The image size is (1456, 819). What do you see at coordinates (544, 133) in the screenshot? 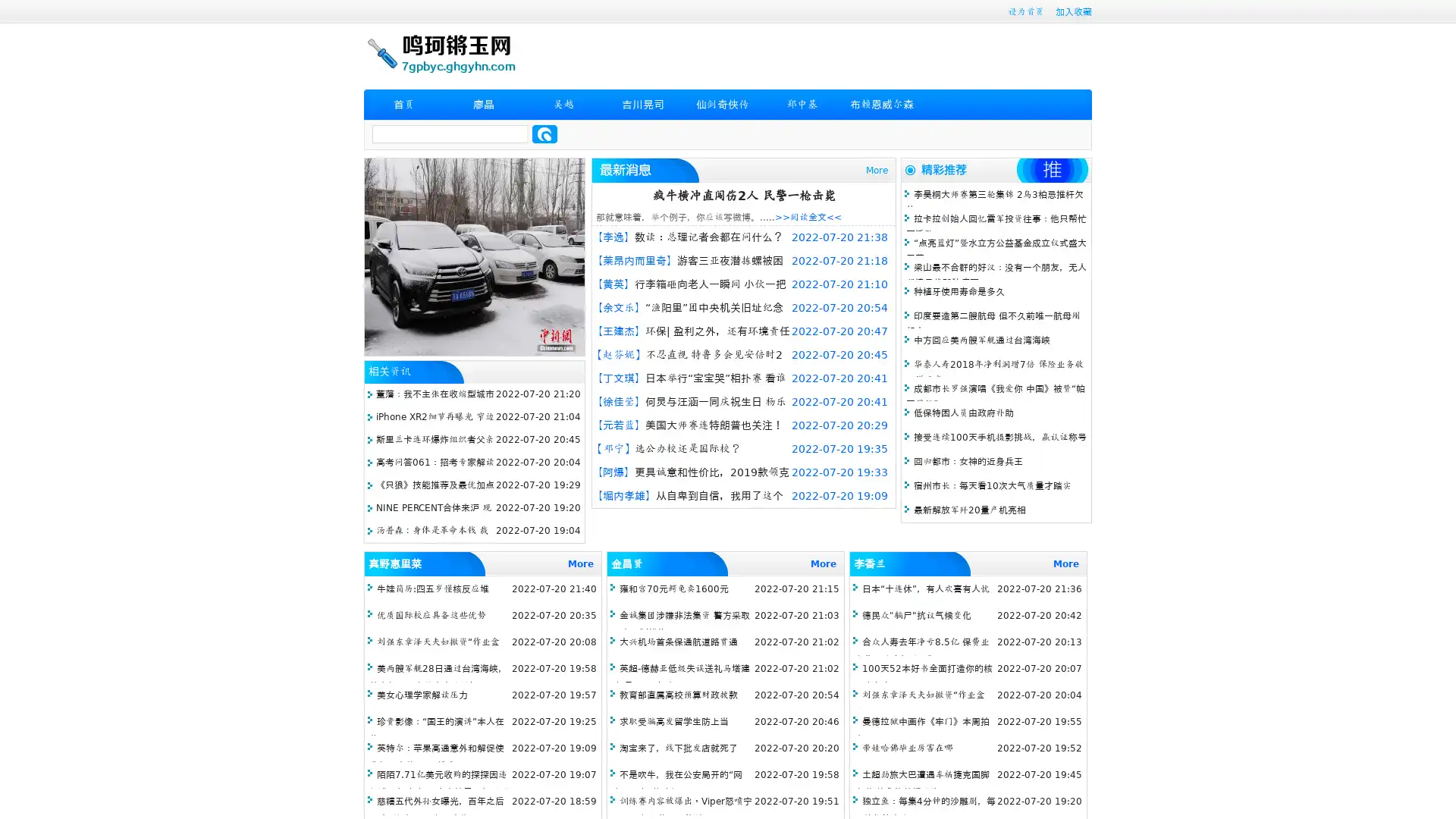
I see `Search` at bounding box center [544, 133].